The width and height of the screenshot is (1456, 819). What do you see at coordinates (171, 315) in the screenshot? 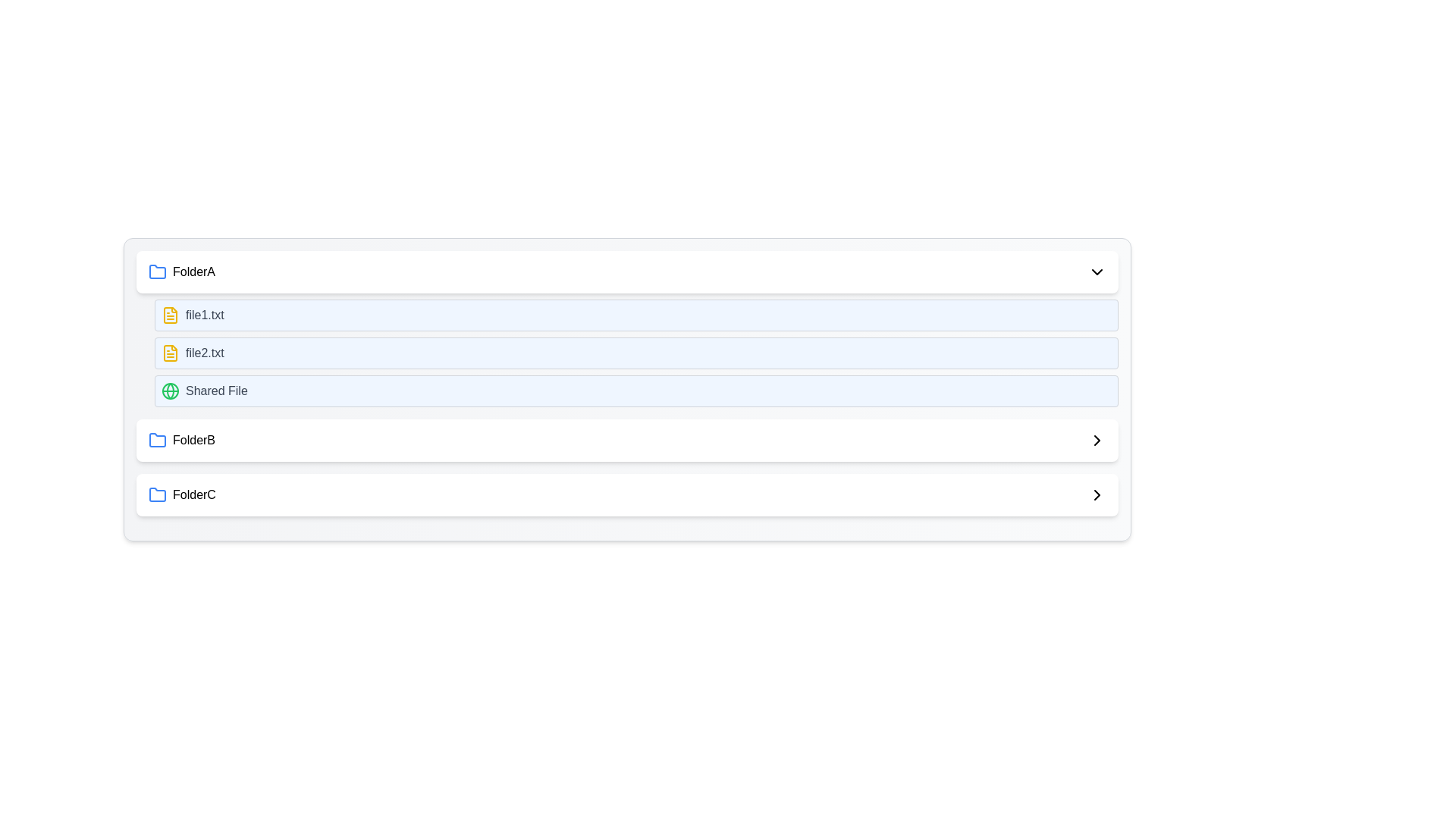
I see `the yellow document icon representing 'file1.txt'` at bounding box center [171, 315].